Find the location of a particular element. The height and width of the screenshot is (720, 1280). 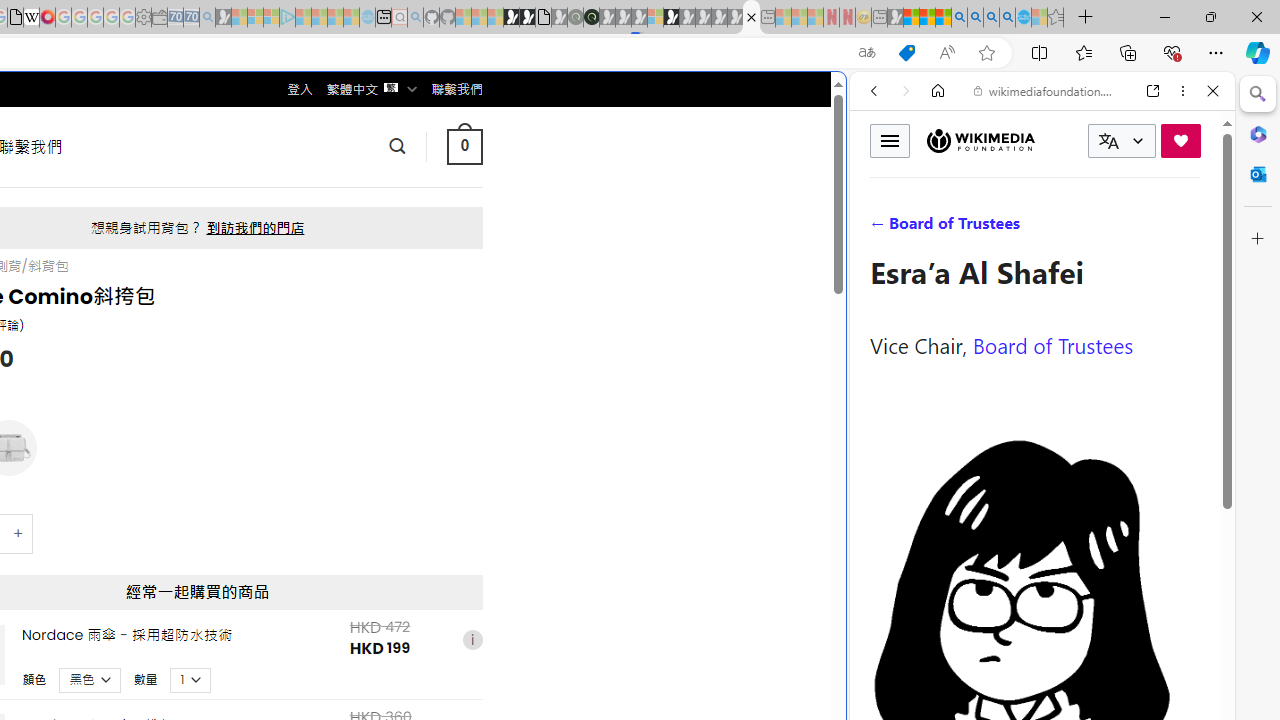

'Donate now' is located at coordinates (1180, 139).